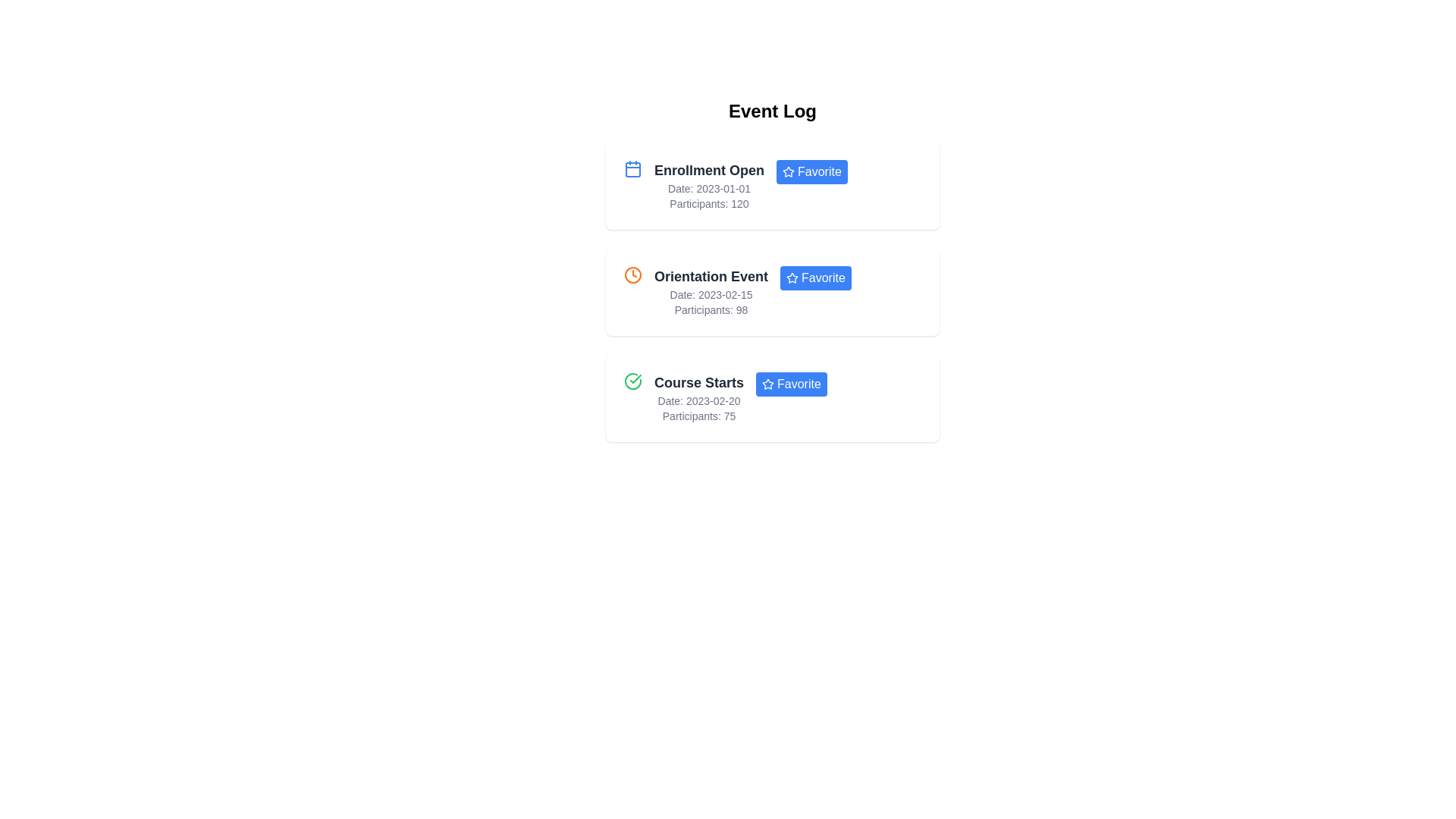 This screenshot has height=819, width=1456. I want to click on the text label displaying the date 'Date: 2023-02-20', which is located in the third event box, below 'Course Starts' and above 'Participants: 75', so click(698, 400).